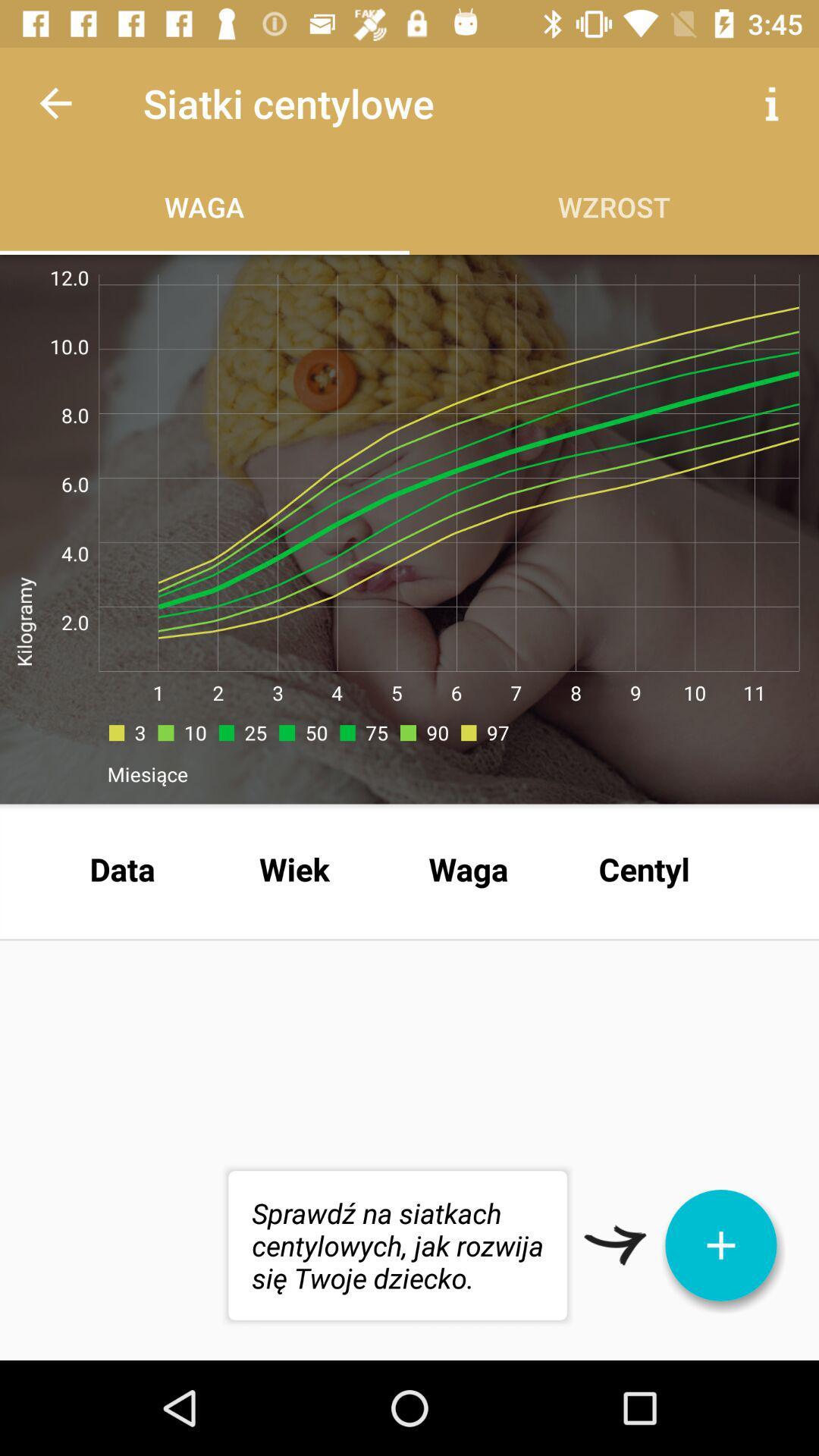 The image size is (819, 1456). Describe the element at coordinates (771, 102) in the screenshot. I see `item next to the siatki centylowe app` at that location.